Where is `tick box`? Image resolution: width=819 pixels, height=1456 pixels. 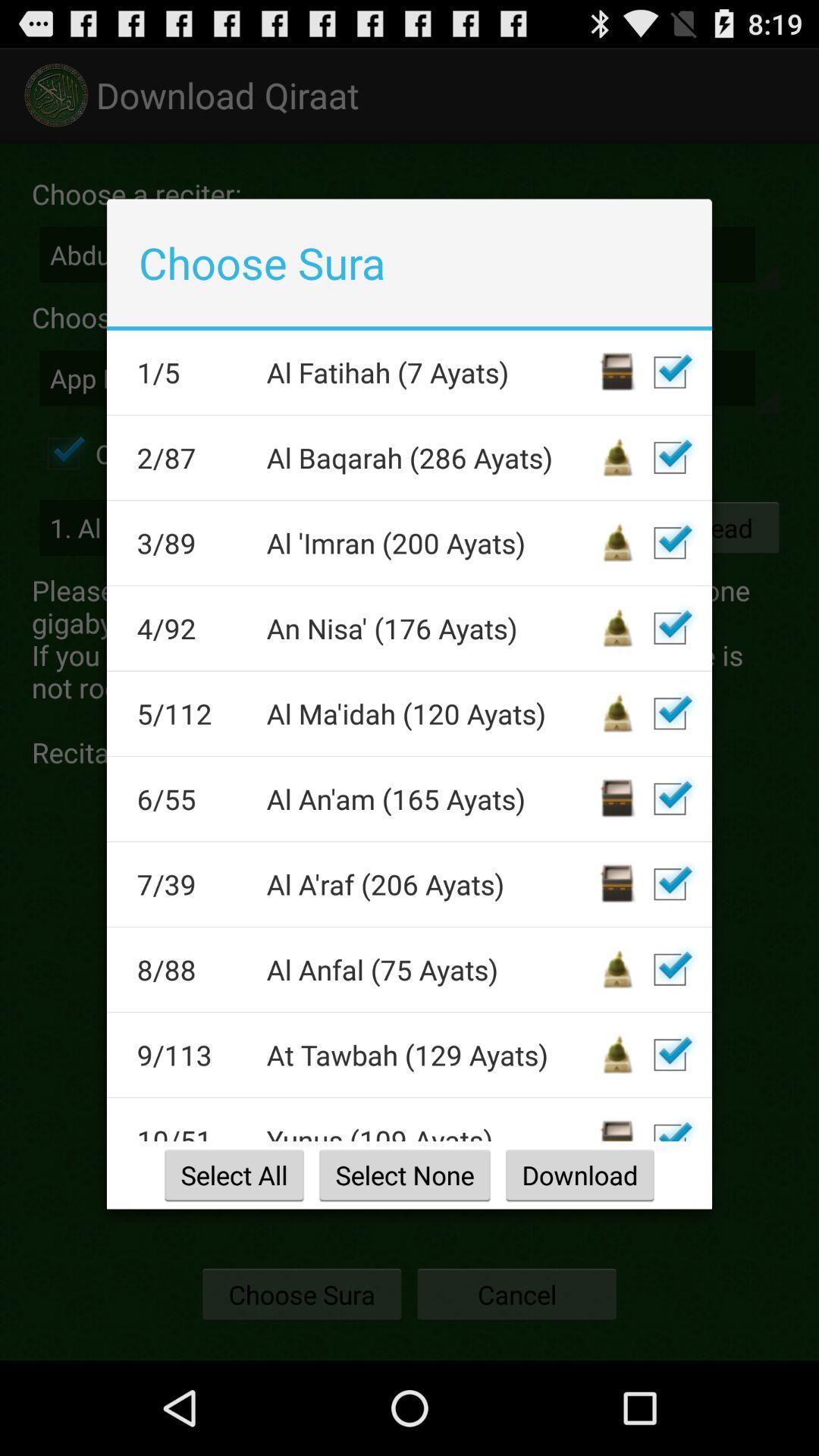 tick box is located at coordinates (669, 1125).